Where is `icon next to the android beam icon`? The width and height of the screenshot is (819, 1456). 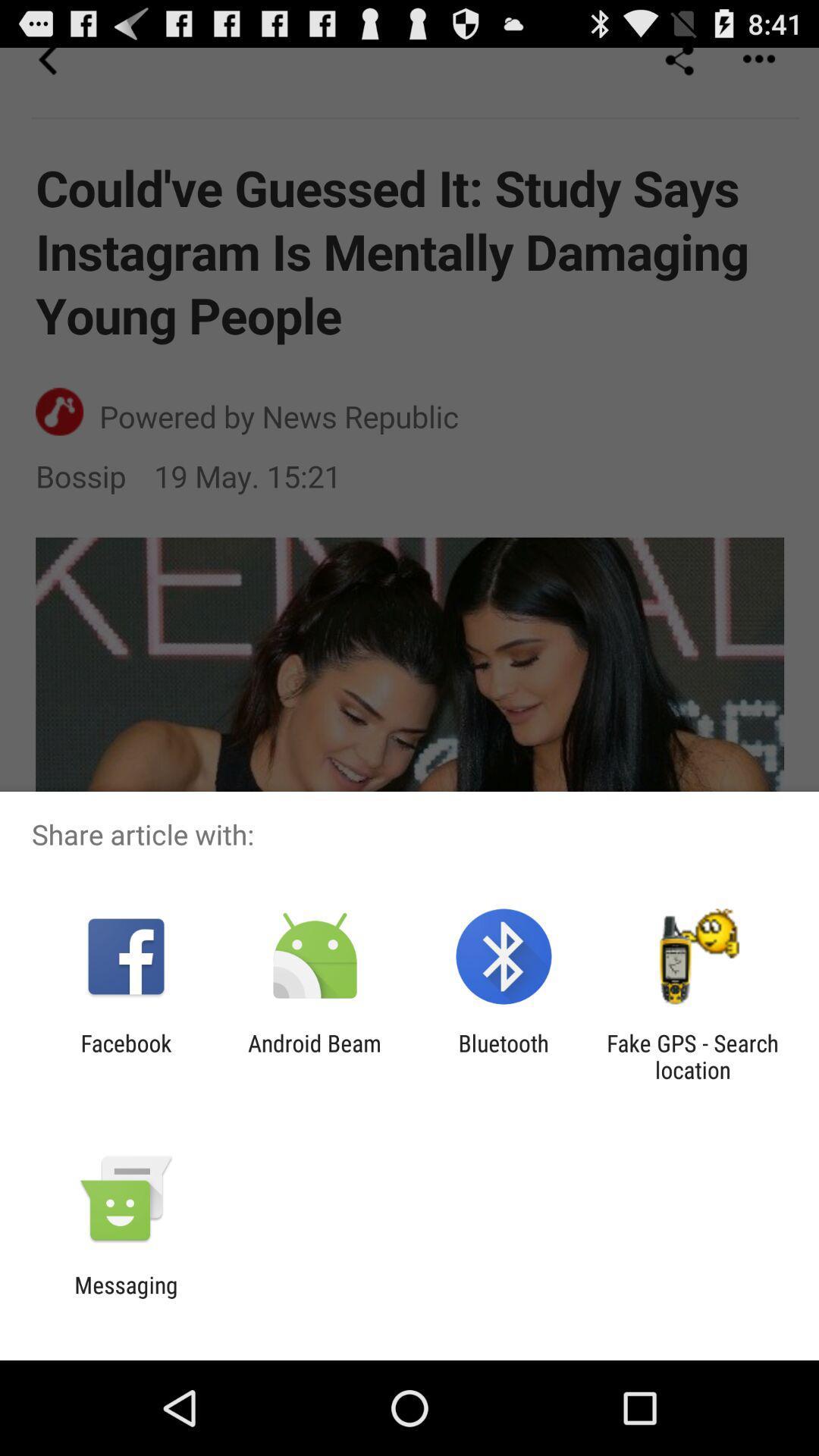 icon next to the android beam icon is located at coordinates (504, 1056).